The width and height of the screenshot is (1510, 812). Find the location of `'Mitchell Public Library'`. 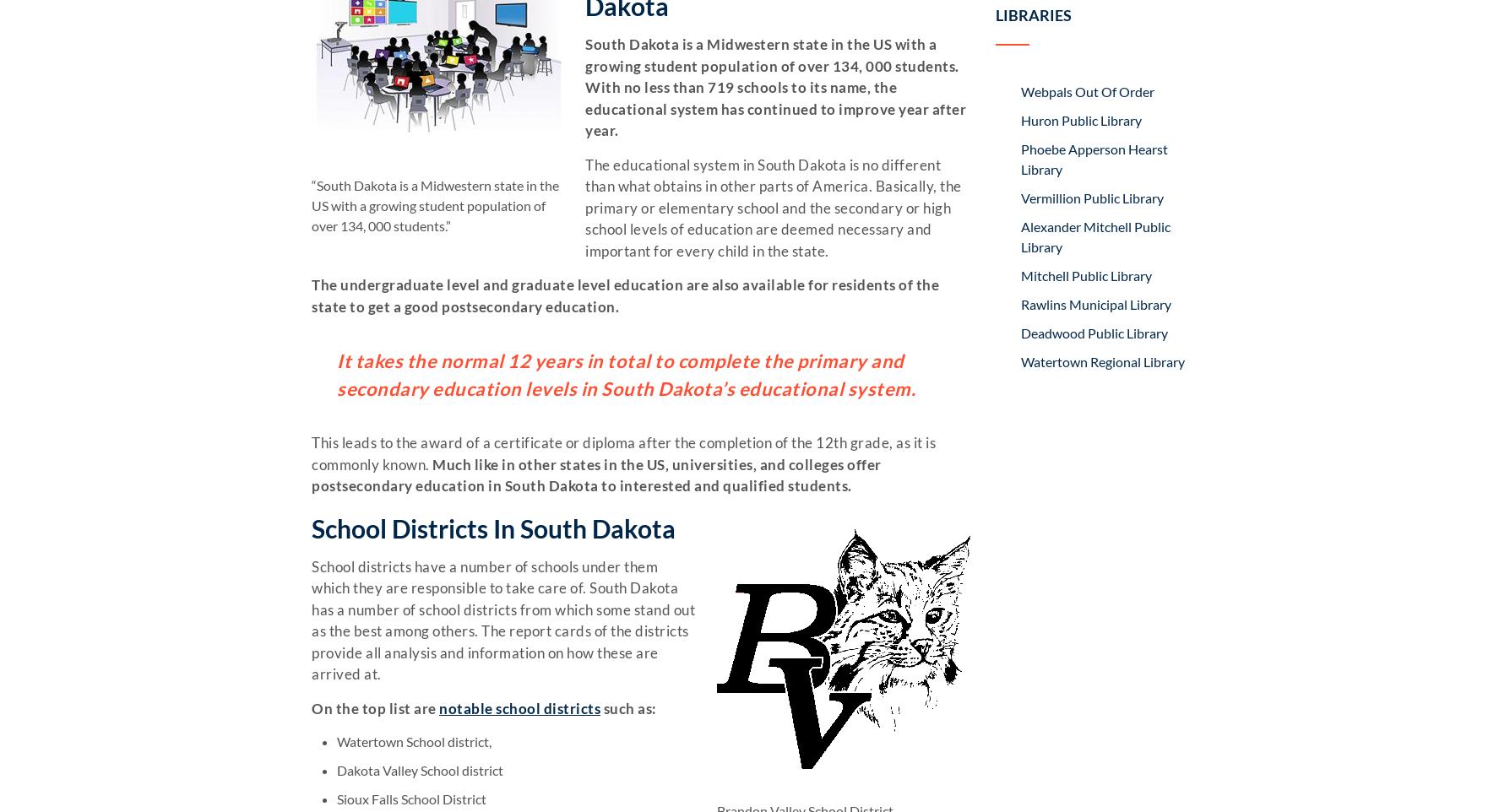

'Mitchell Public Library' is located at coordinates (1085, 273).